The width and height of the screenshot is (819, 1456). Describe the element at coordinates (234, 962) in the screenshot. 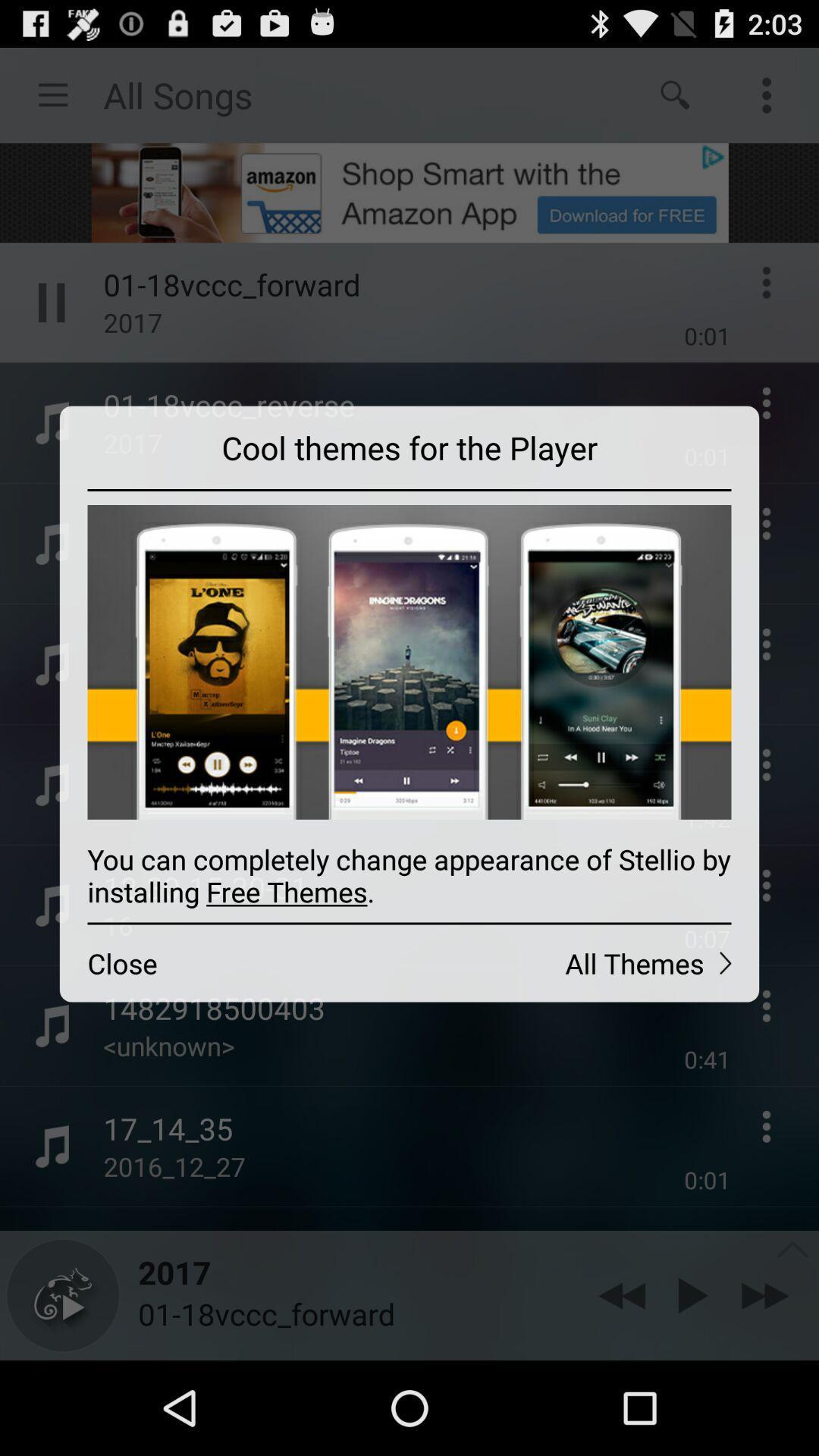

I see `icon next to the all themes` at that location.